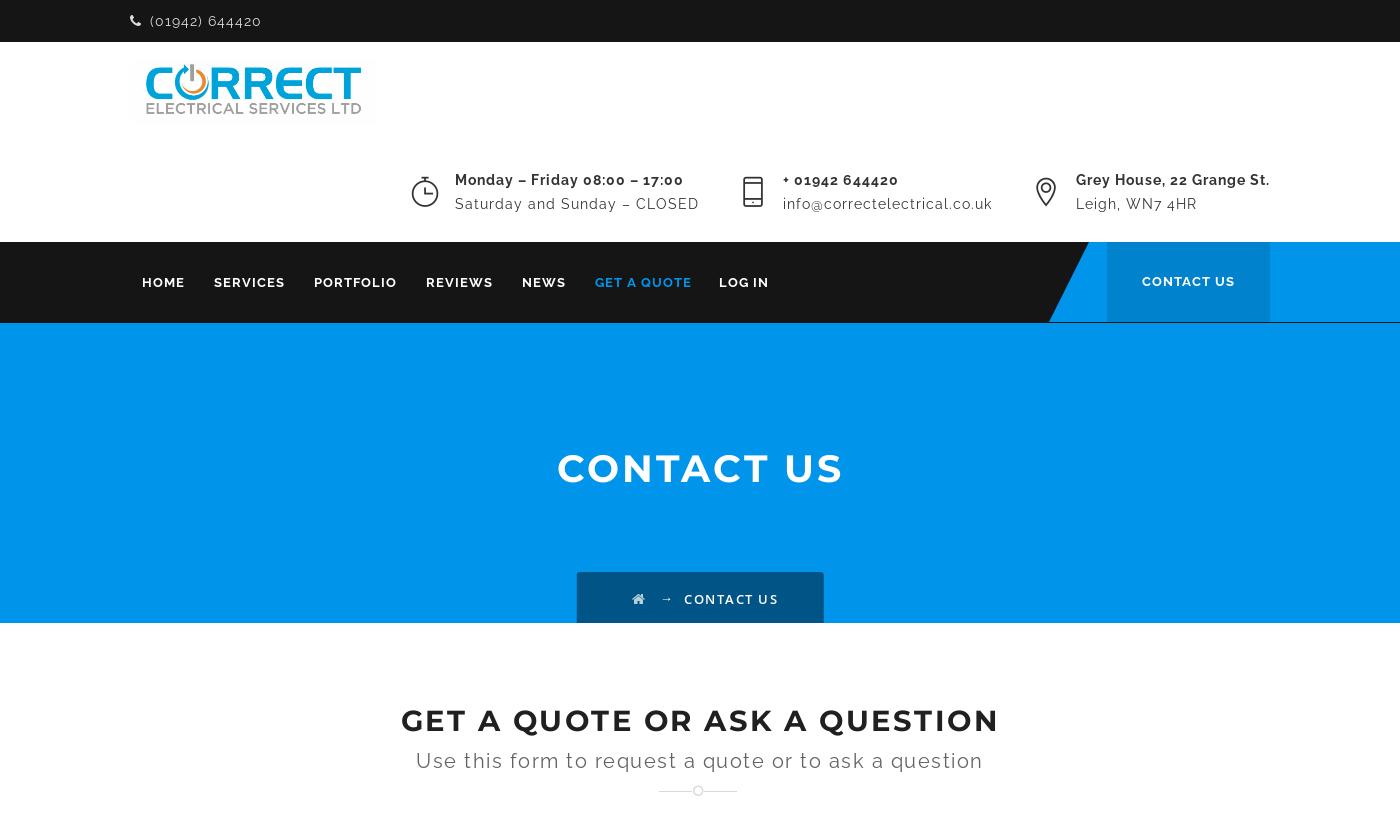  I want to click on 'Use this form to request a quote or to ask a question', so click(415, 760).